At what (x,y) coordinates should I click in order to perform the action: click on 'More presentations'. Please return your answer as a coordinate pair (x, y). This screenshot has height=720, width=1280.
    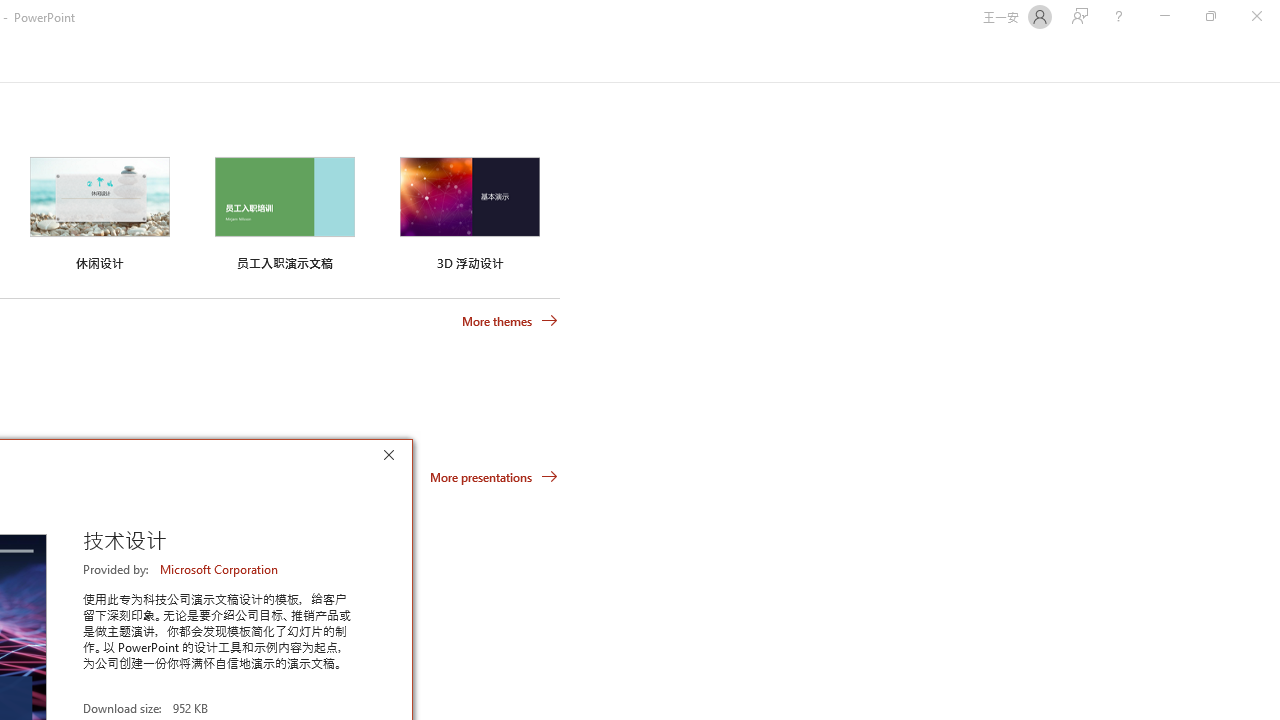
    Looking at the image, I should click on (494, 477).